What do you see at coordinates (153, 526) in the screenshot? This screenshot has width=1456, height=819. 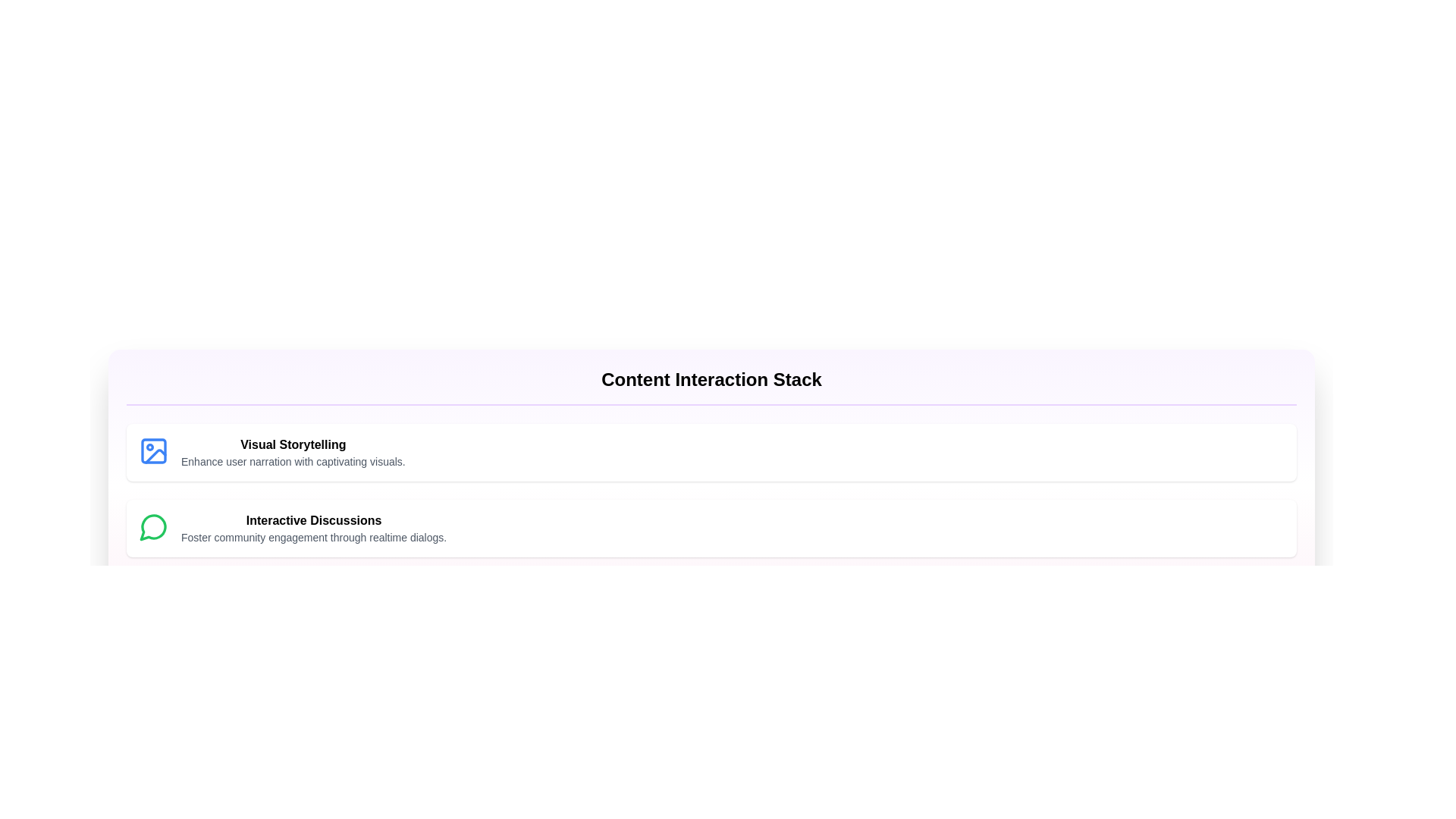 I see `the icon associated with the 'Interactive Discussions' feature, which is located inside the list item labeled 'Interactive Discussions' and positioned to the left within its containing section` at bounding box center [153, 526].